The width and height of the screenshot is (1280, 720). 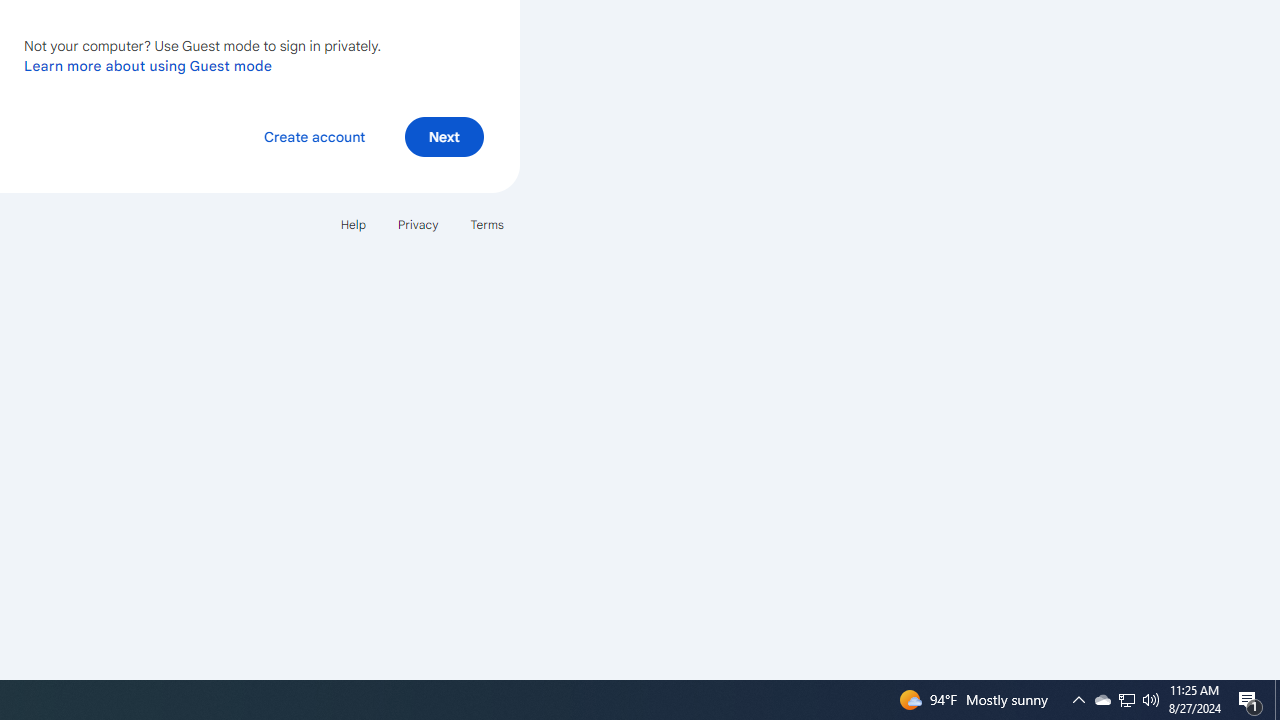 I want to click on 'Create account', so click(x=313, y=135).